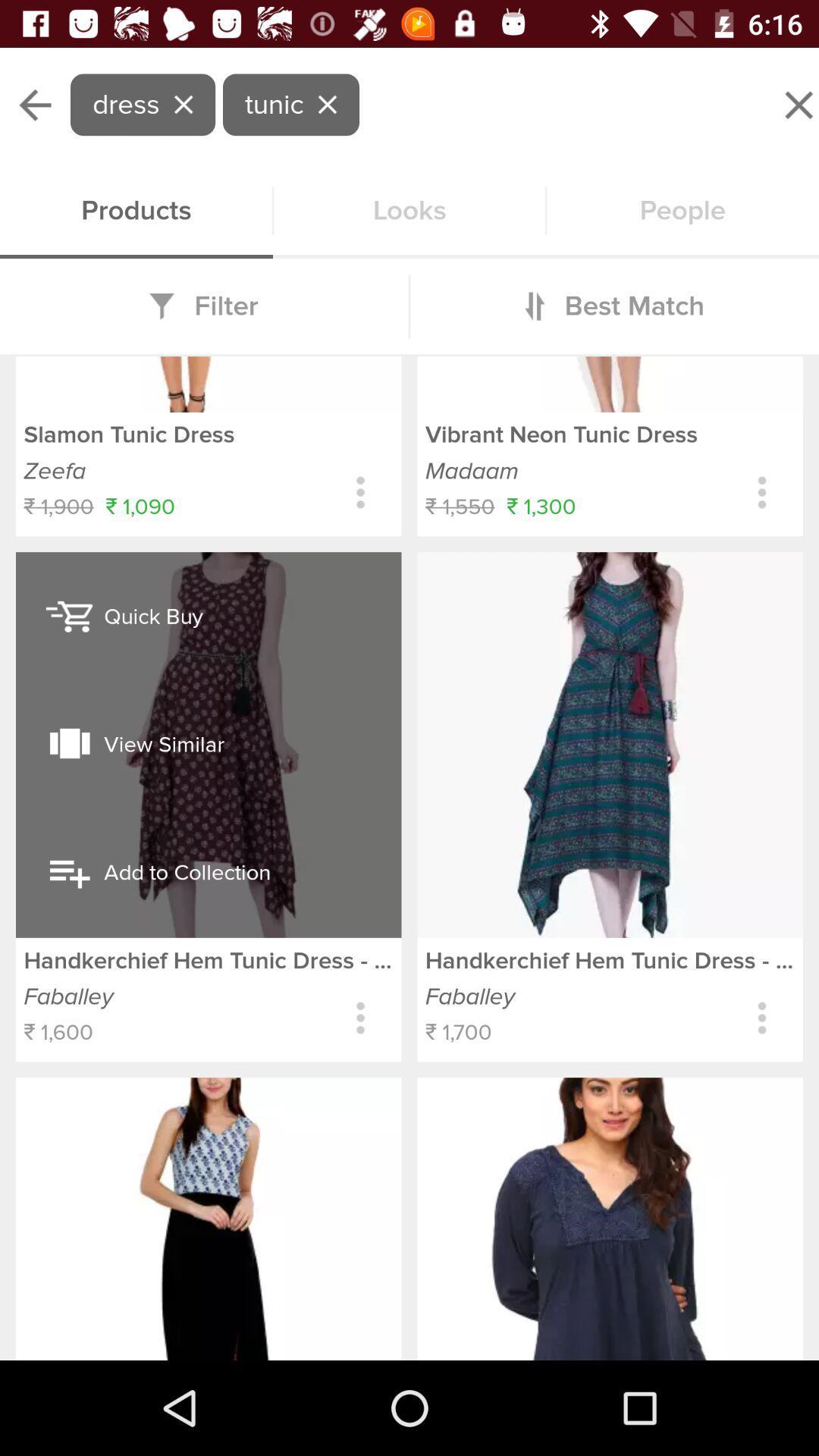  What do you see at coordinates (762, 492) in the screenshot?
I see `get item details` at bounding box center [762, 492].